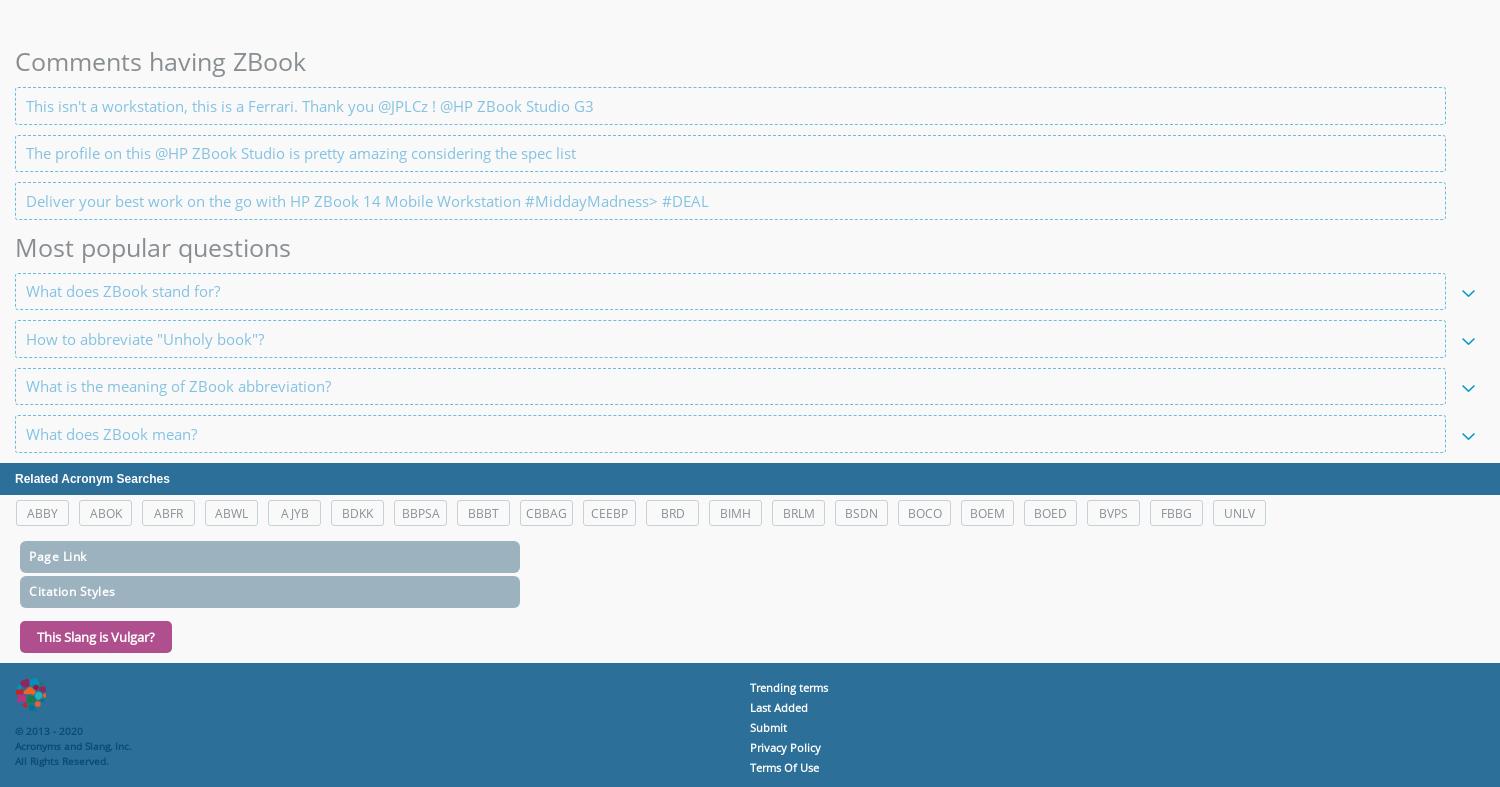 The height and width of the screenshot is (787, 1500). What do you see at coordinates (785, 746) in the screenshot?
I see `'Privacy Policy'` at bounding box center [785, 746].